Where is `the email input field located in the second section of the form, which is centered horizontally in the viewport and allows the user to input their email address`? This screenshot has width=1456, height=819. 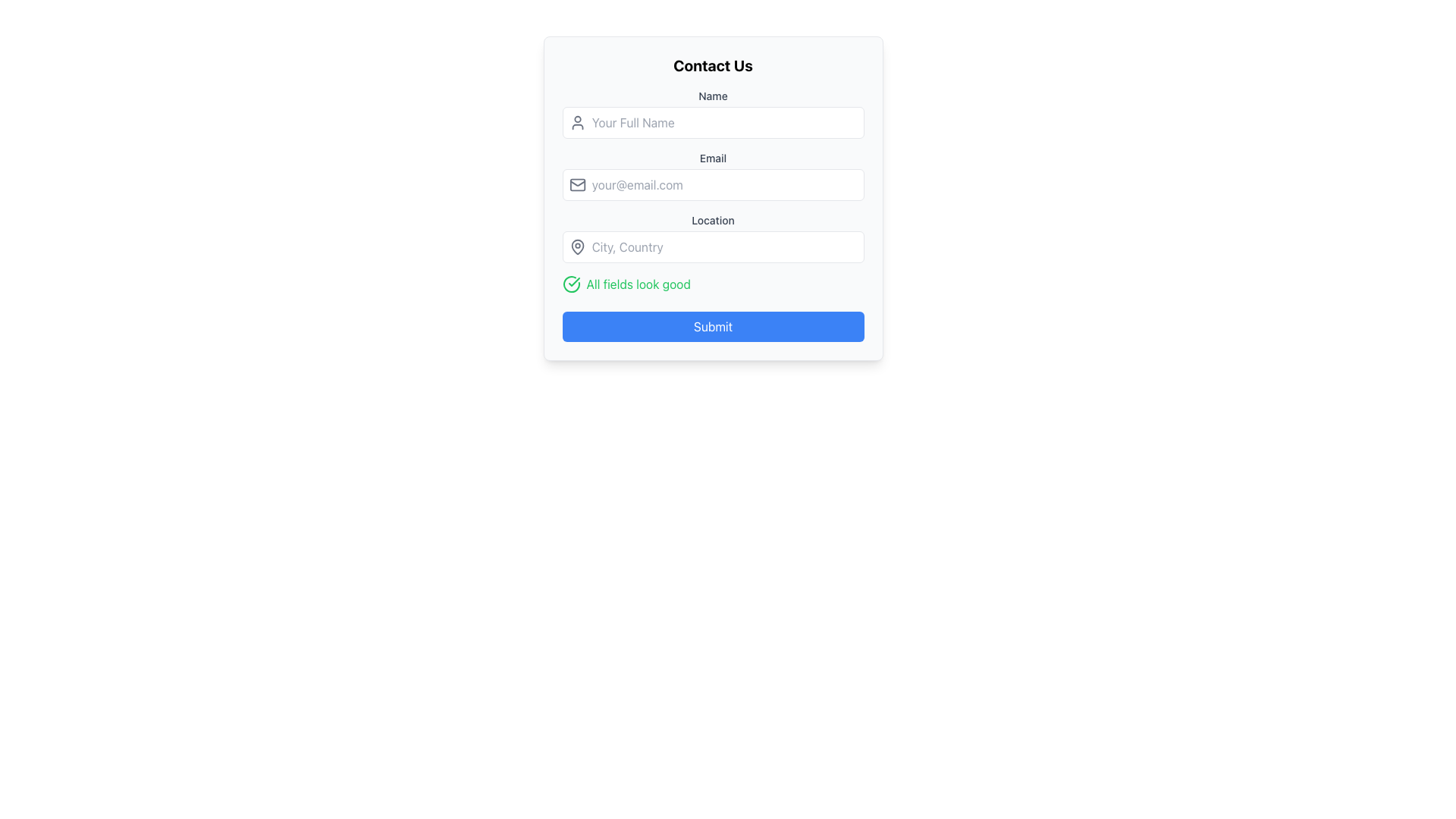 the email input field located in the second section of the form, which is centered horizontally in the viewport and allows the user to input their email address is located at coordinates (712, 174).